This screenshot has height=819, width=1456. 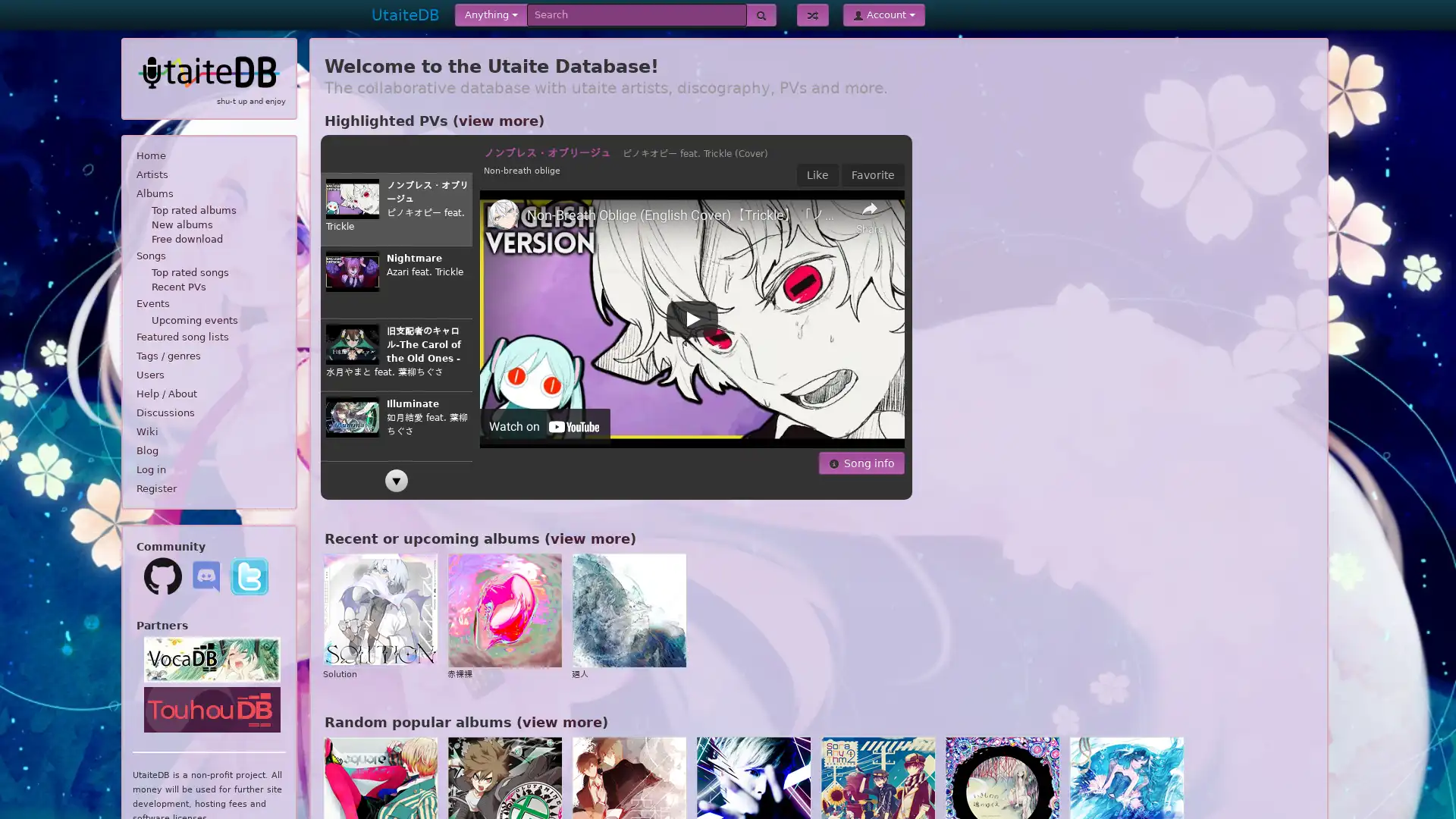 I want to click on Show random page, so click(x=811, y=14).